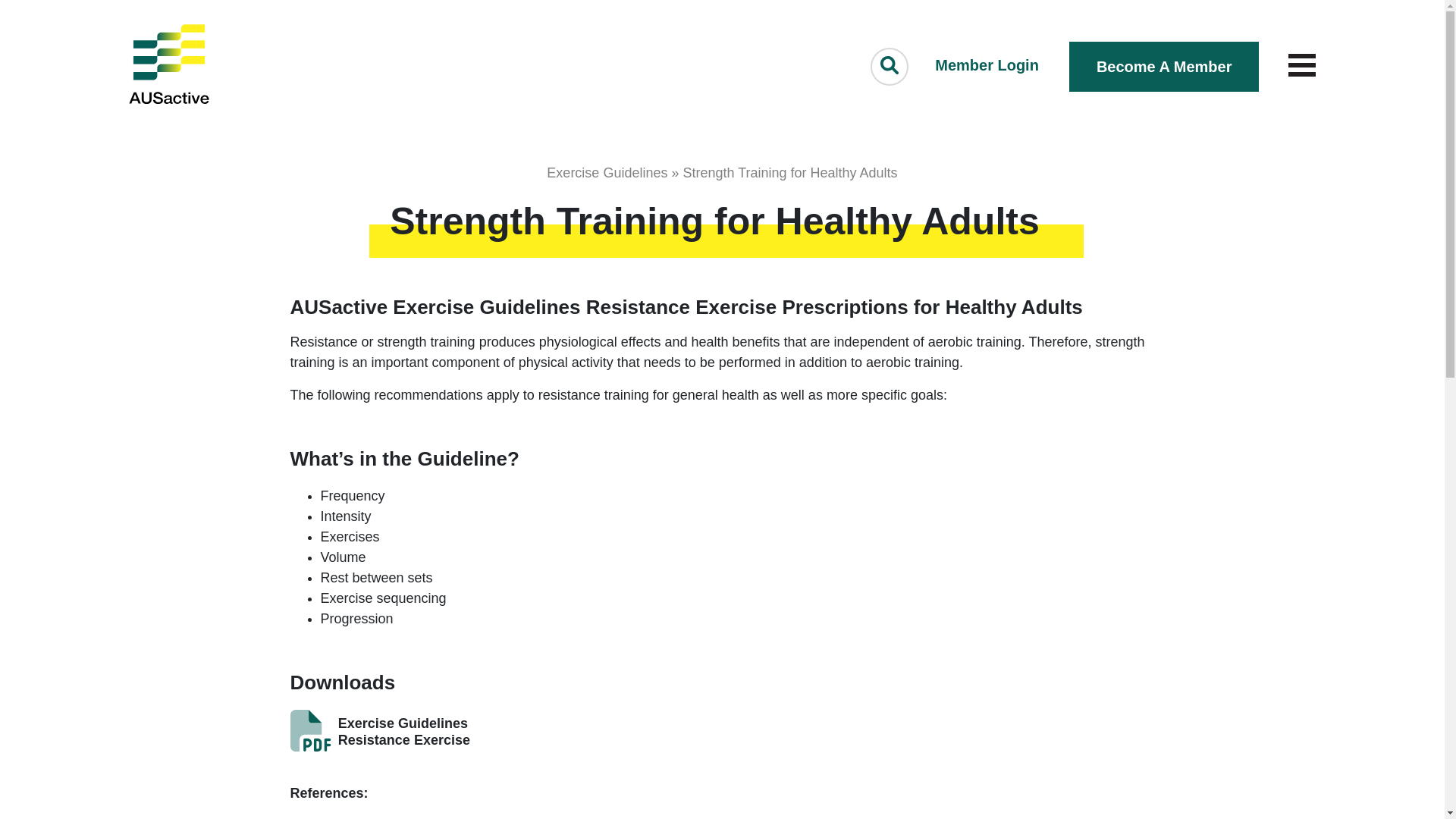 Image resolution: width=1456 pixels, height=819 pixels. What do you see at coordinates (607, 171) in the screenshot?
I see `'Exercise Guidelines'` at bounding box center [607, 171].